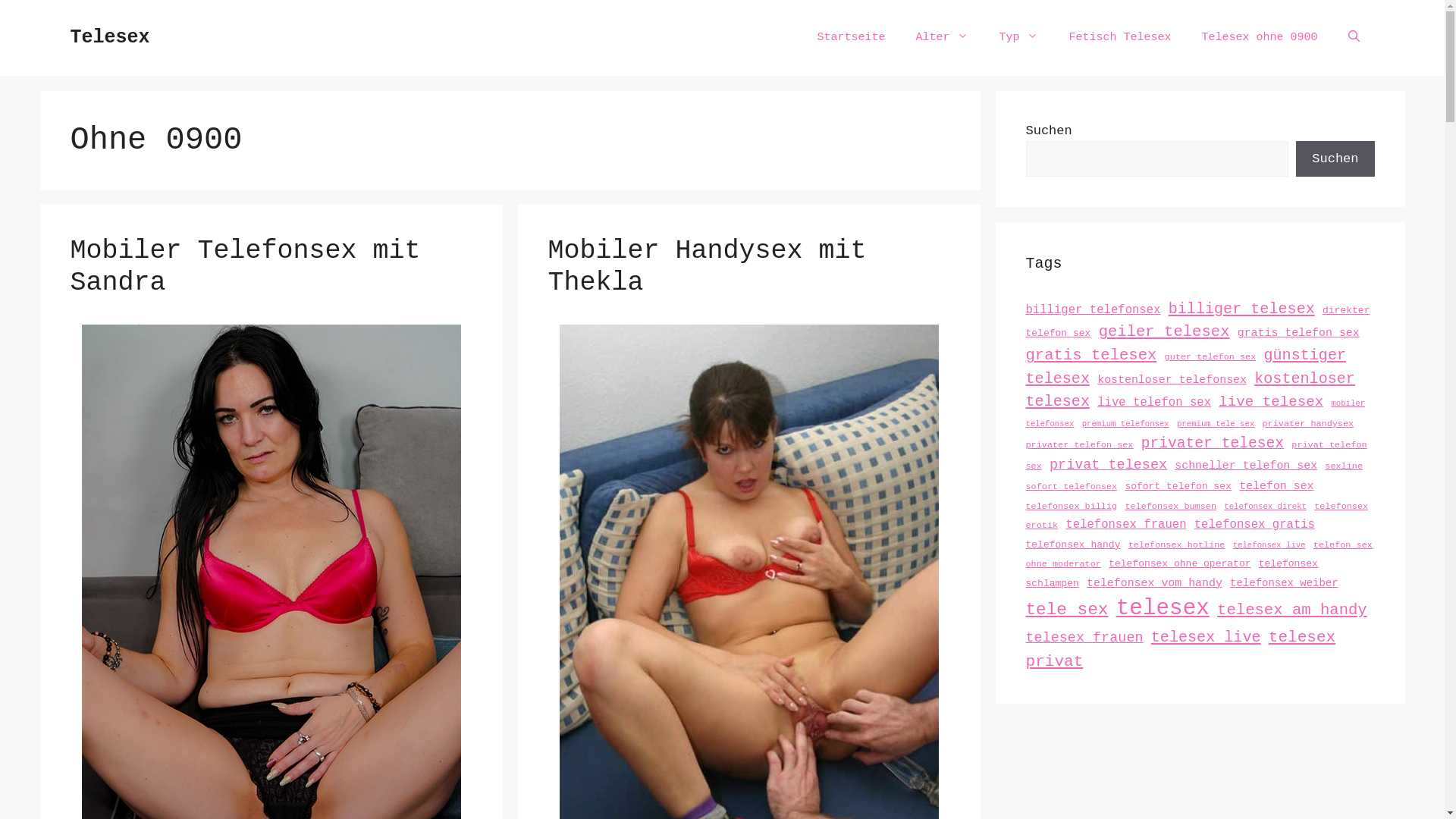 The width and height of the screenshot is (1456, 819). What do you see at coordinates (1072, 543) in the screenshot?
I see `'telefonsex handy'` at bounding box center [1072, 543].